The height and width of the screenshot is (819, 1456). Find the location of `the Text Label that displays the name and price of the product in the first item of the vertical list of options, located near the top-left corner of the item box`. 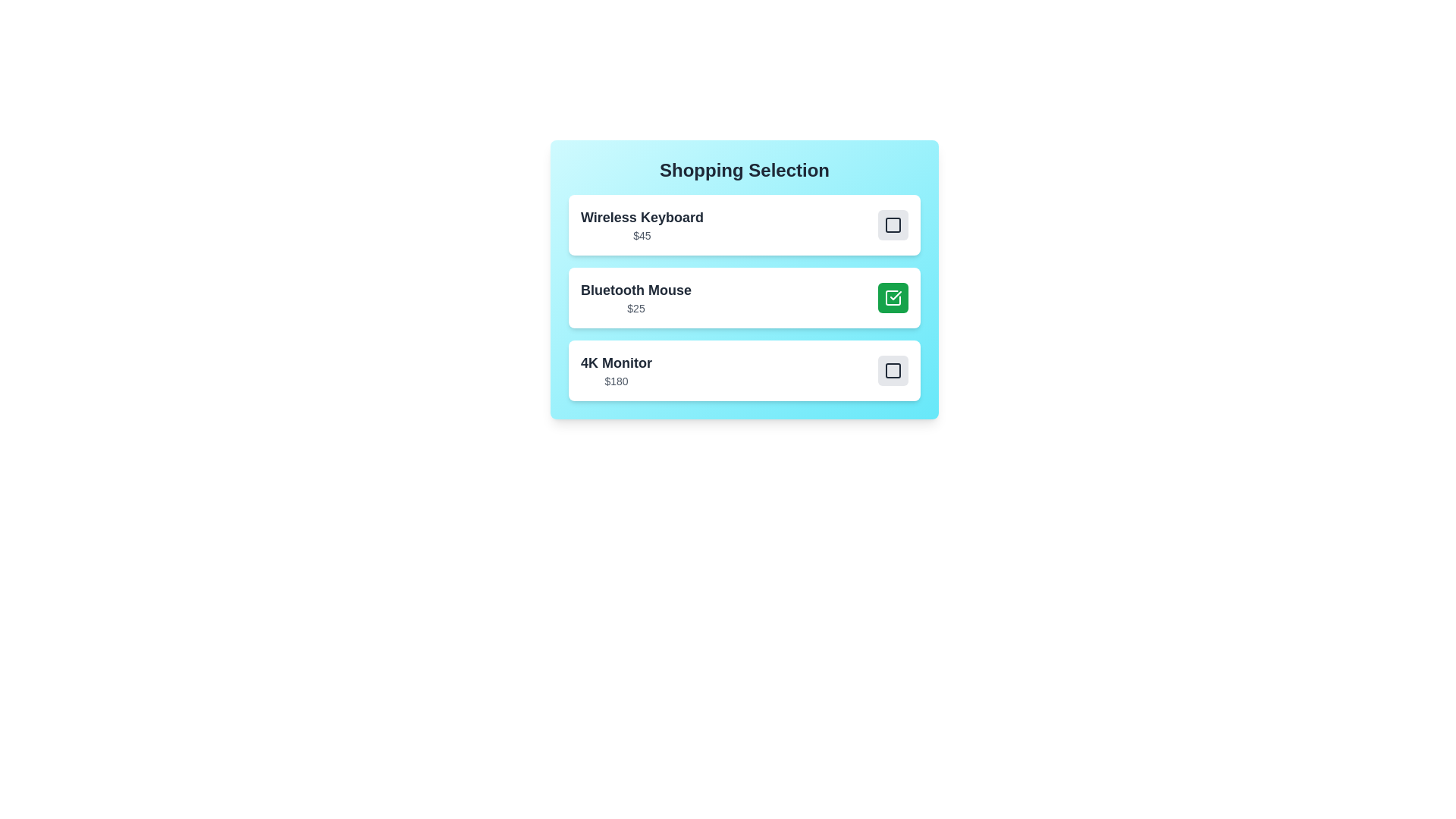

the Text Label that displays the name and price of the product in the first item of the vertical list of options, located near the top-left corner of the item box is located at coordinates (642, 225).